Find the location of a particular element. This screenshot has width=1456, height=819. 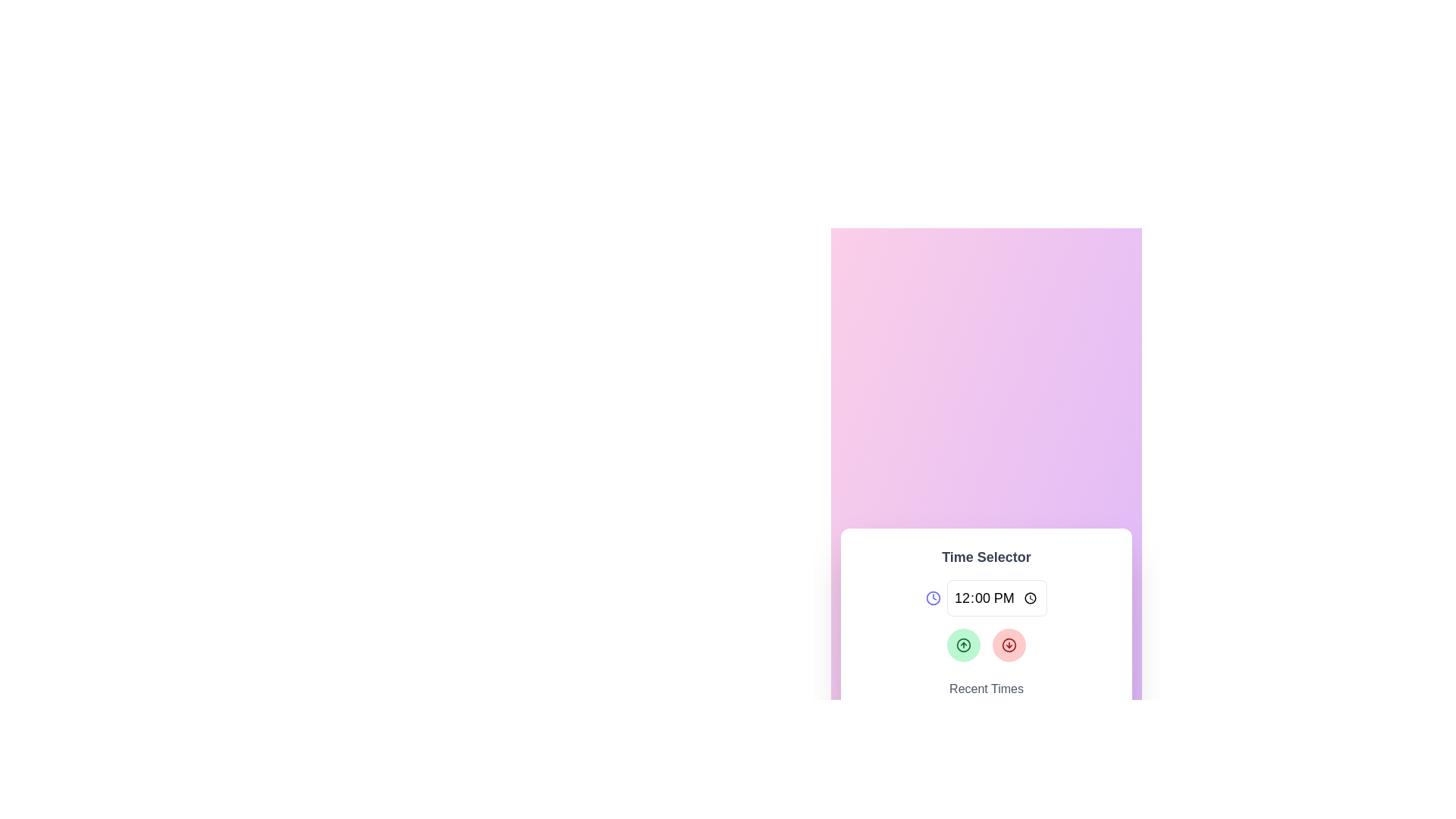

the time input field displaying '12:00 PM' is located at coordinates (997, 598).